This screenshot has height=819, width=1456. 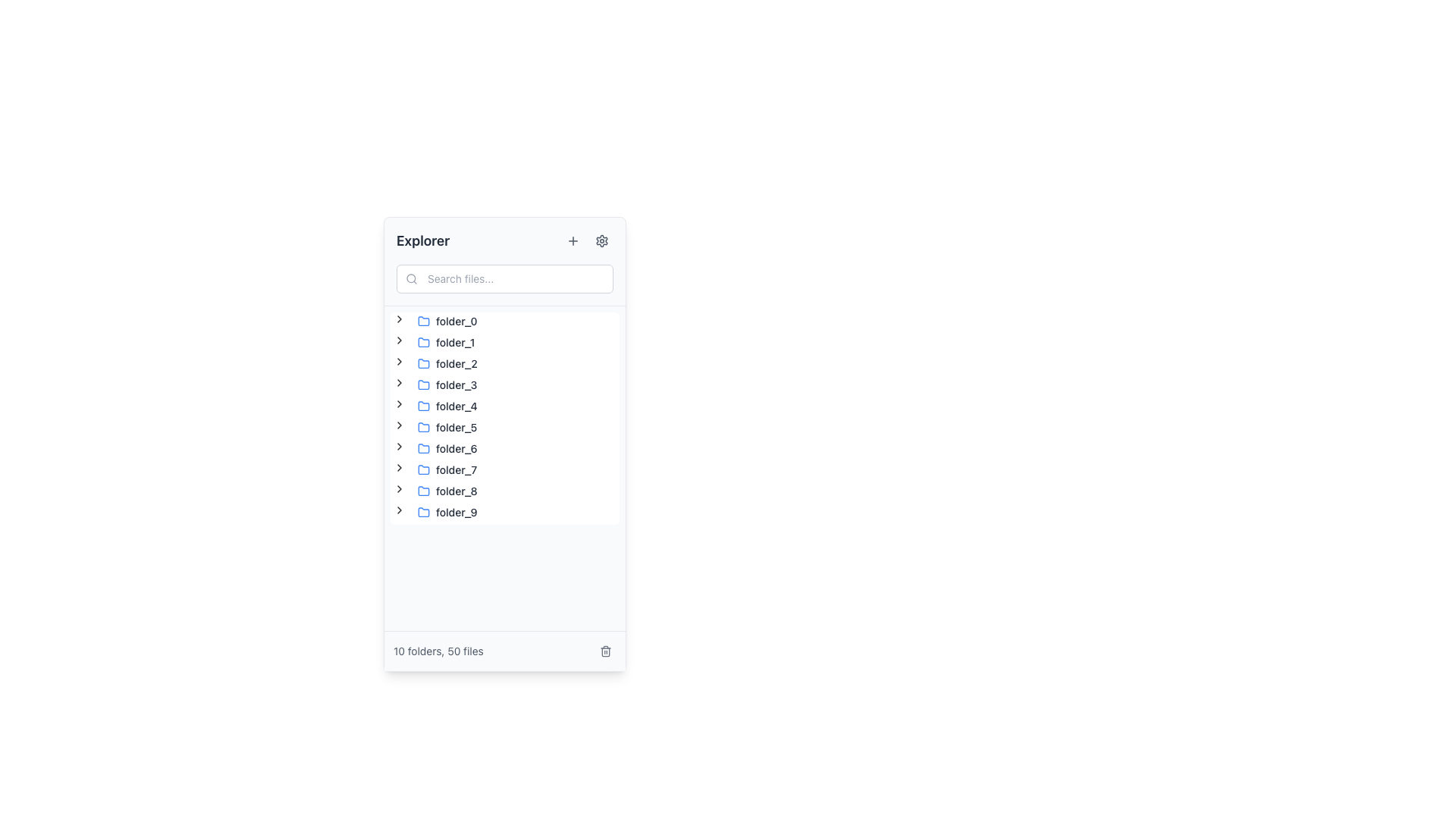 I want to click on the gear/settings icon located in the top-right corner of the explorer panel, so click(x=601, y=240).